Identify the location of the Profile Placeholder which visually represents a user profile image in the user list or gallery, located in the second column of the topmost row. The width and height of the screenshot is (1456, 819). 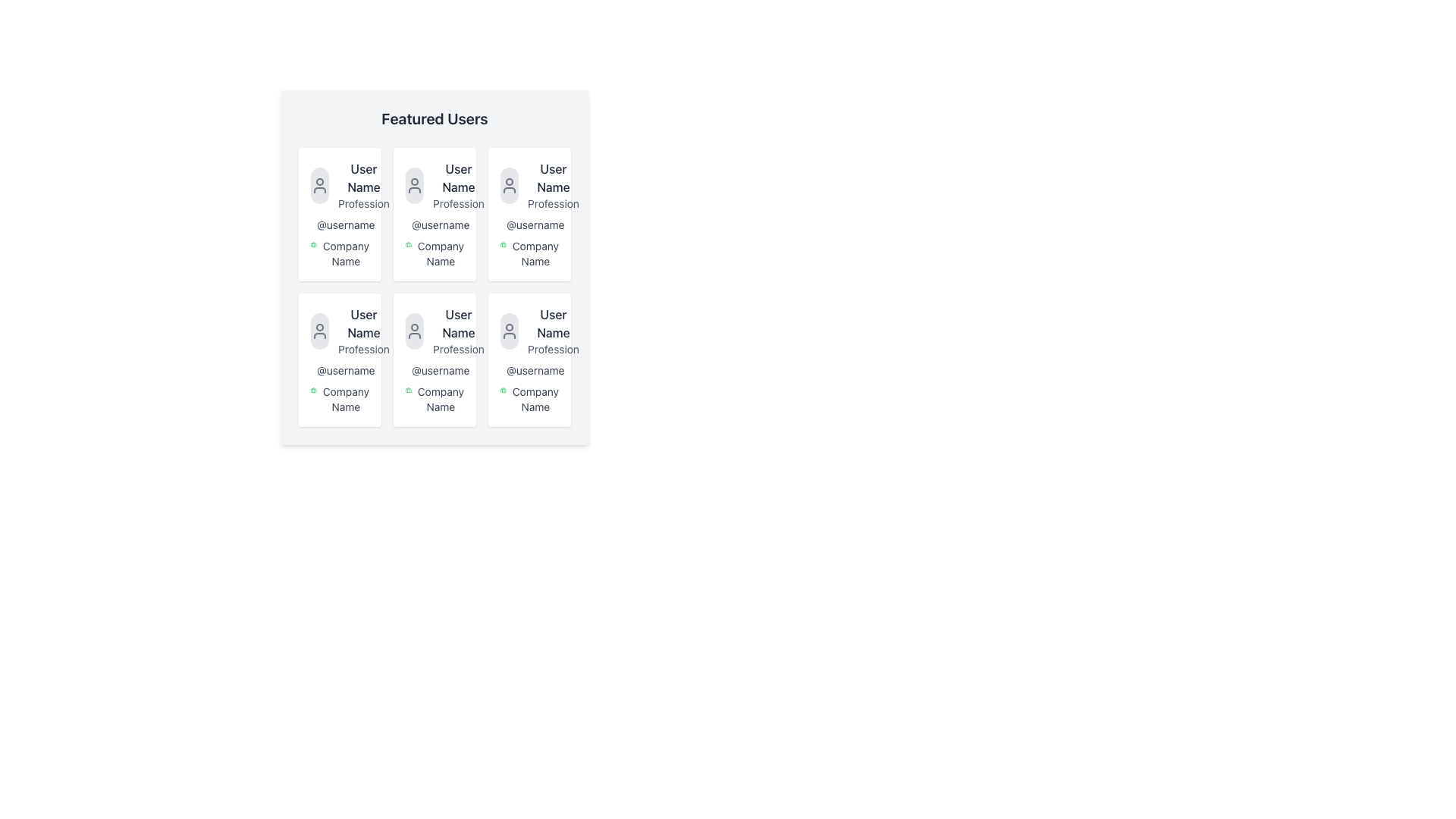
(415, 185).